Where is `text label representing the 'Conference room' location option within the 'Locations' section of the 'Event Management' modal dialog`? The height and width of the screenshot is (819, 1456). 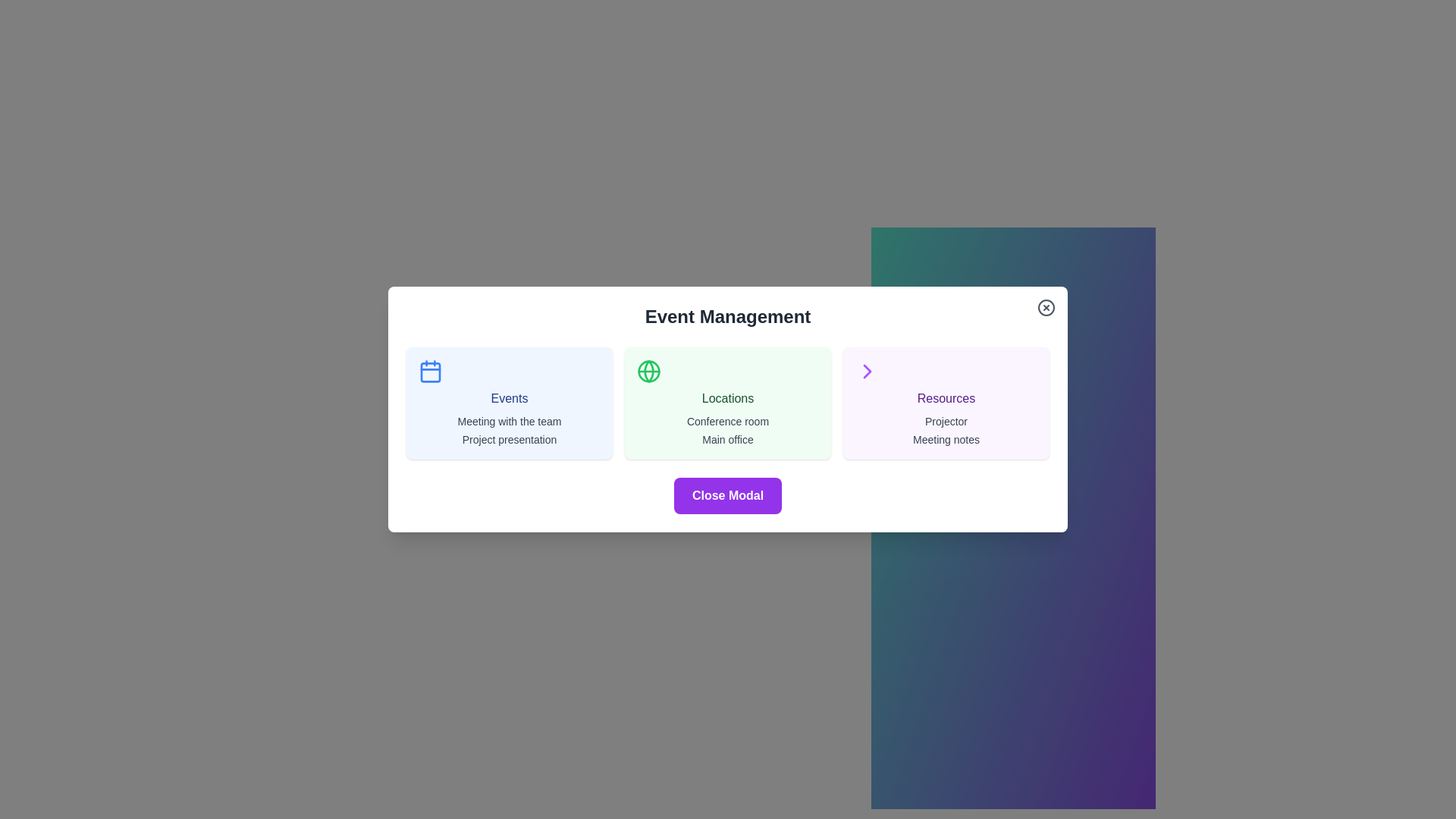 text label representing the 'Conference room' location option within the 'Locations' section of the 'Event Management' modal dialog is located at coordinates (728, 421).